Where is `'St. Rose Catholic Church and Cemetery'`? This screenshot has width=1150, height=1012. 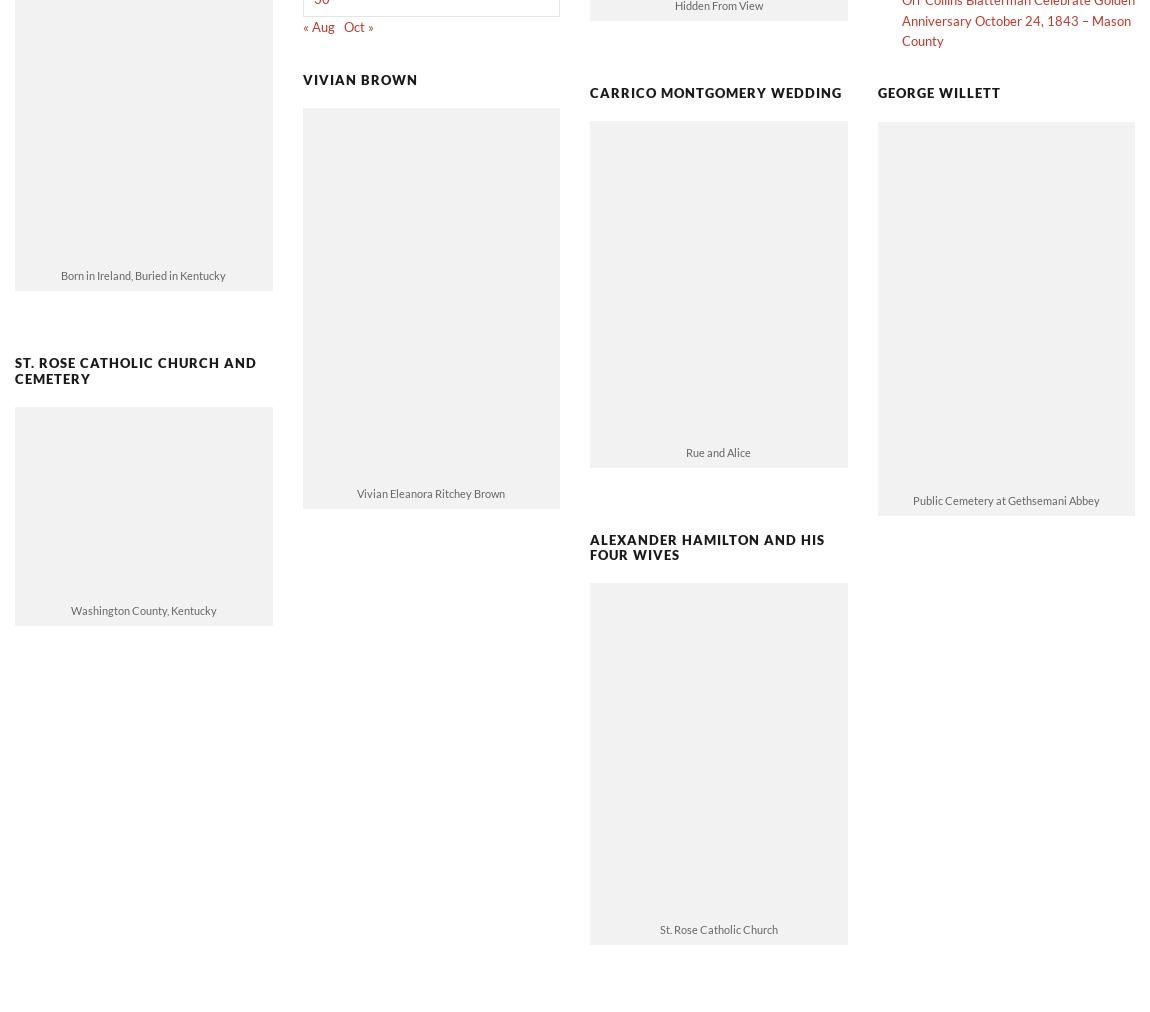 'St. Rose Catholic Church and Cemetery' is located at coordinates (13, 336).